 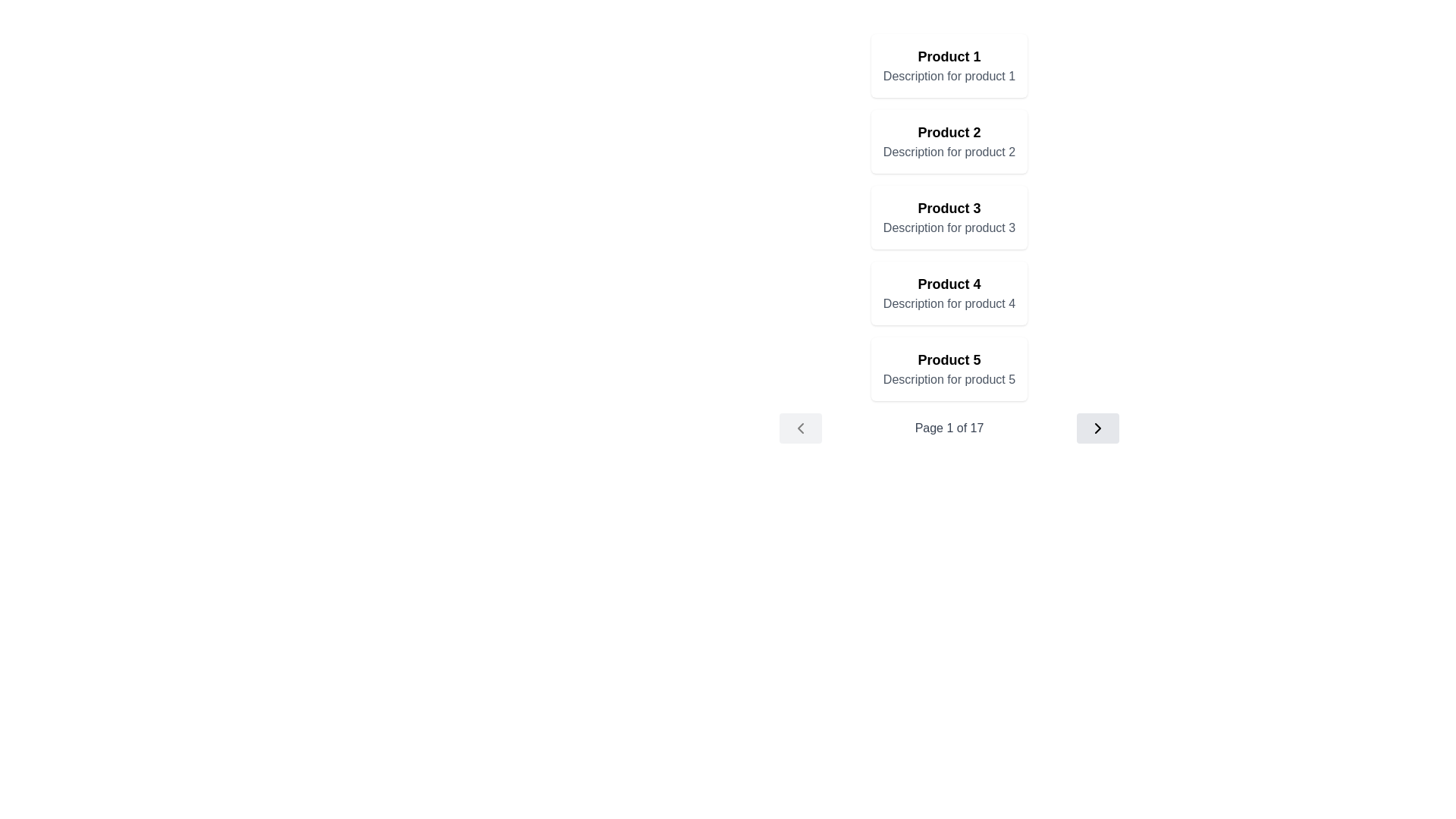 What do you see at coordinates (949, 208) in the screenshot?
I see `the header text of the third product item in the vertical list of product cards` at bounding box center [949, 208].